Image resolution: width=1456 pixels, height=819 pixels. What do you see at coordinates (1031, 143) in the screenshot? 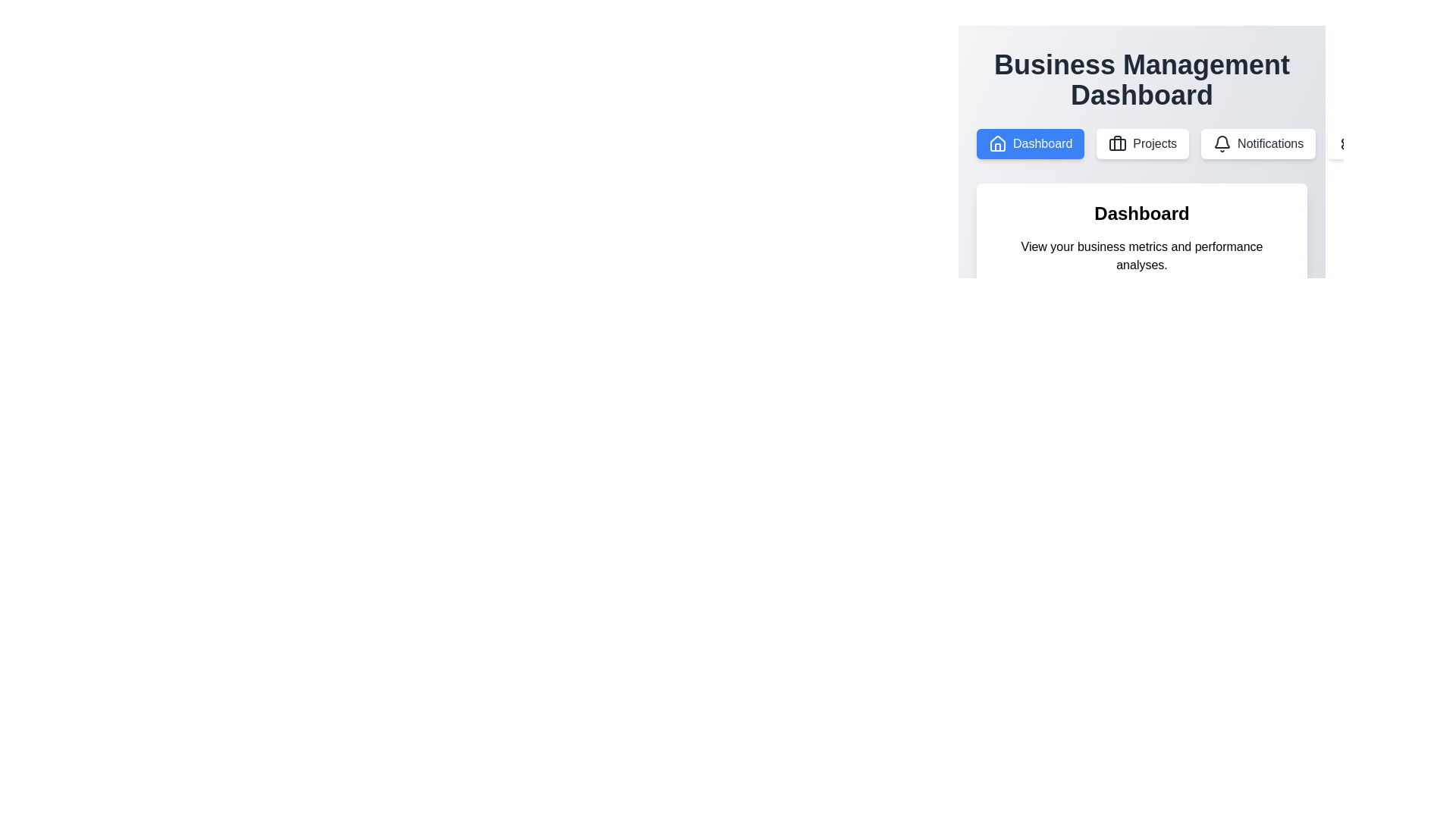
I see `the leftmost navigation button in the Business Management Dashboard to trigger a visual response` at bounding box center [1031, 143].